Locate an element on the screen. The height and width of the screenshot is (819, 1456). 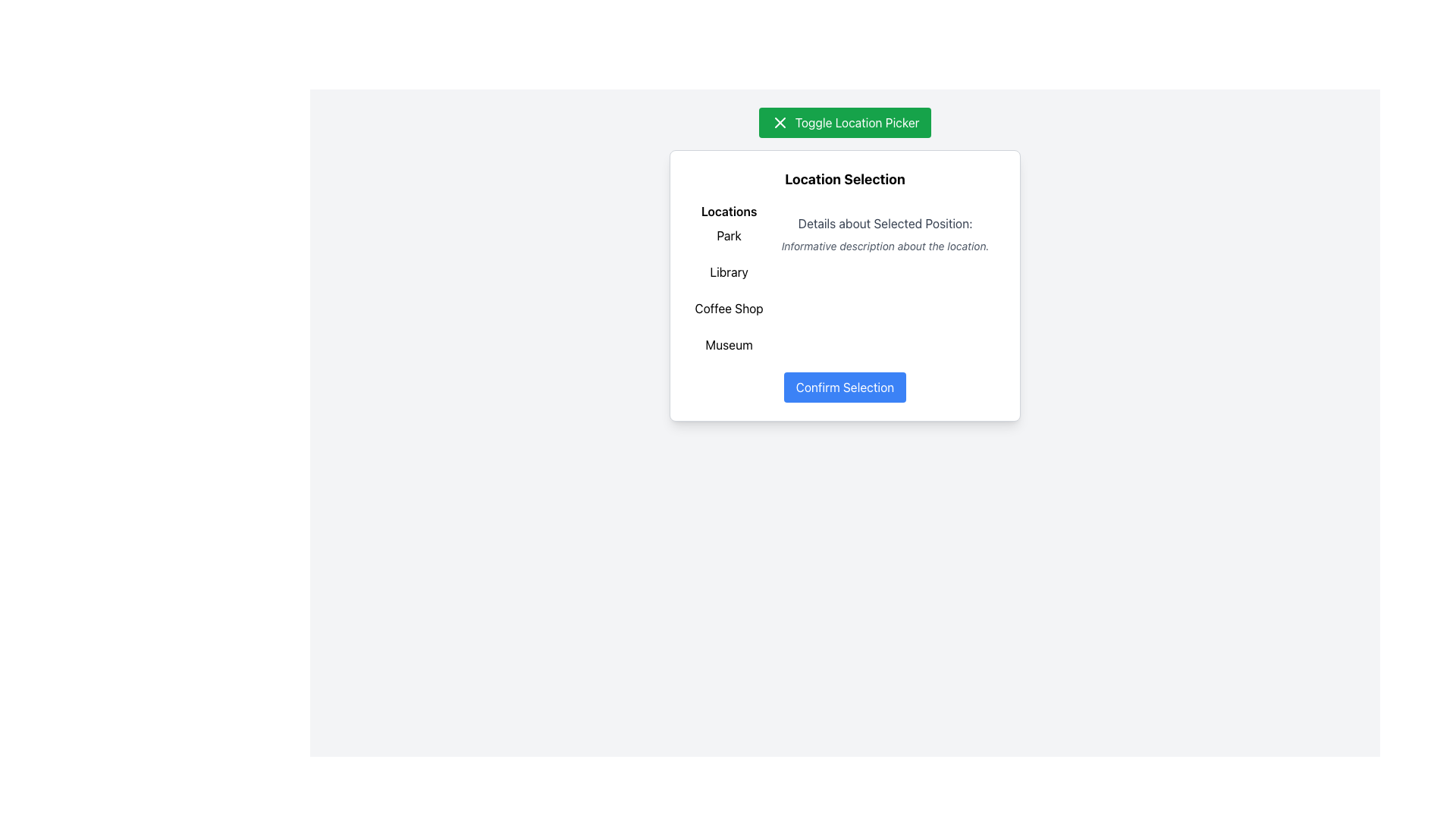
the 'Coffee Shop' text item in the selectable list is located at coordinates (729, 308).